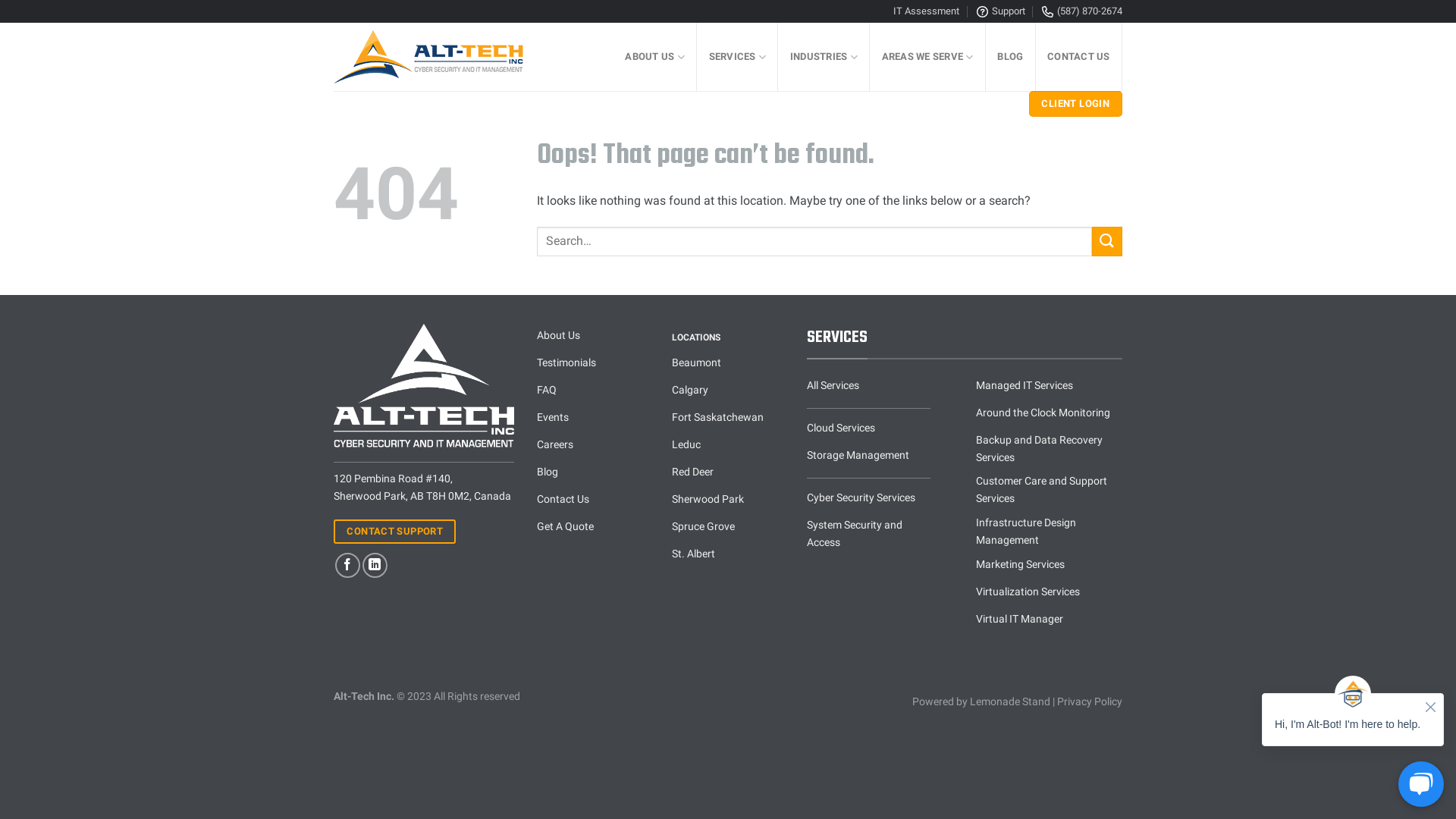 This screenshot has width=1456, height=819. I want to click on 'Events', so click(592, 419).